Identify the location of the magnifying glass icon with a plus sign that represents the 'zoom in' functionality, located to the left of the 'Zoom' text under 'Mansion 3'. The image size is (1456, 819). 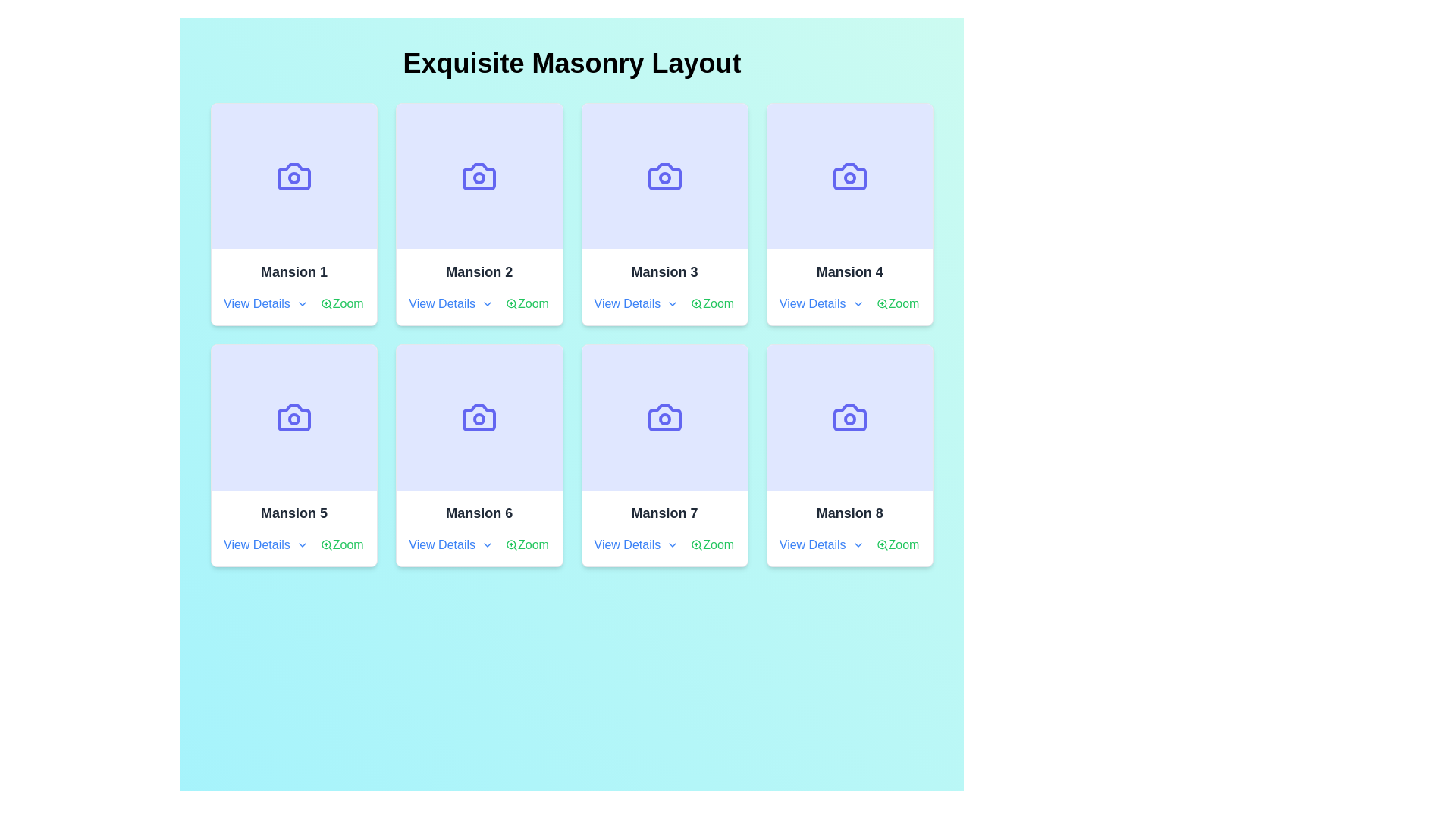
(696, 304).